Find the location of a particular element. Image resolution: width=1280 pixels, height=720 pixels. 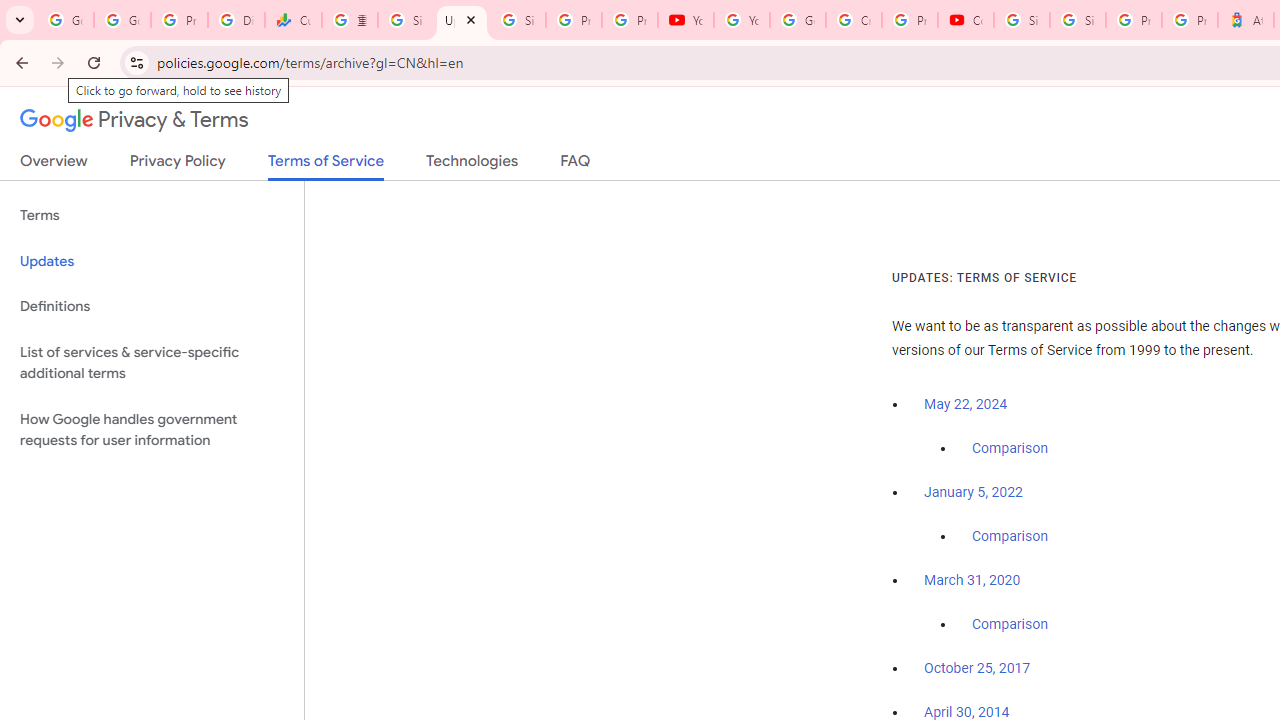

'Definitions' is located at coordinates (151, 306).